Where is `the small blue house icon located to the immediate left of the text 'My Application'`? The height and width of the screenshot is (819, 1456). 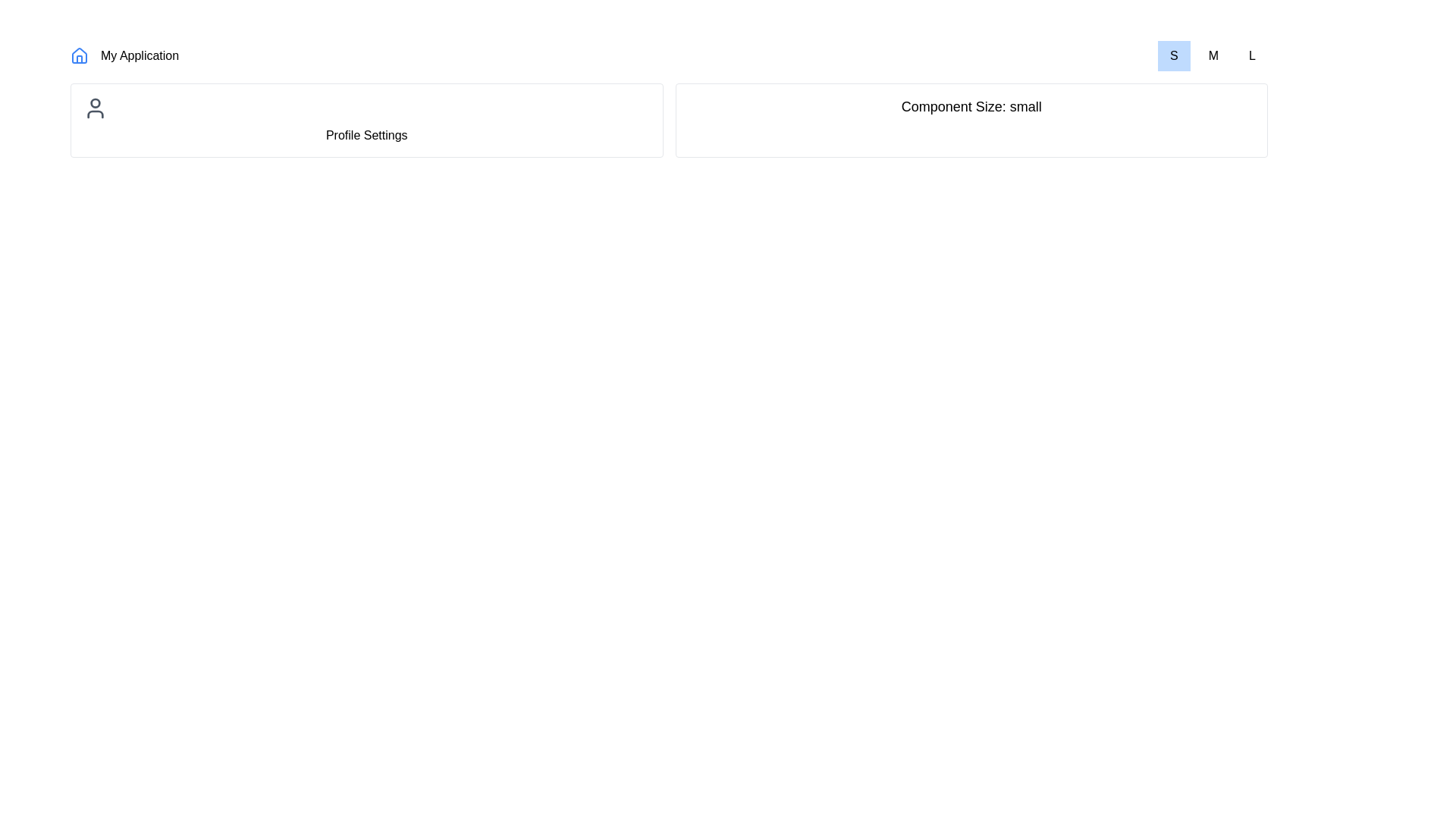
the small blue house icon located to the immediate left of the text 'My Application' is located at coordinates (79, 55).